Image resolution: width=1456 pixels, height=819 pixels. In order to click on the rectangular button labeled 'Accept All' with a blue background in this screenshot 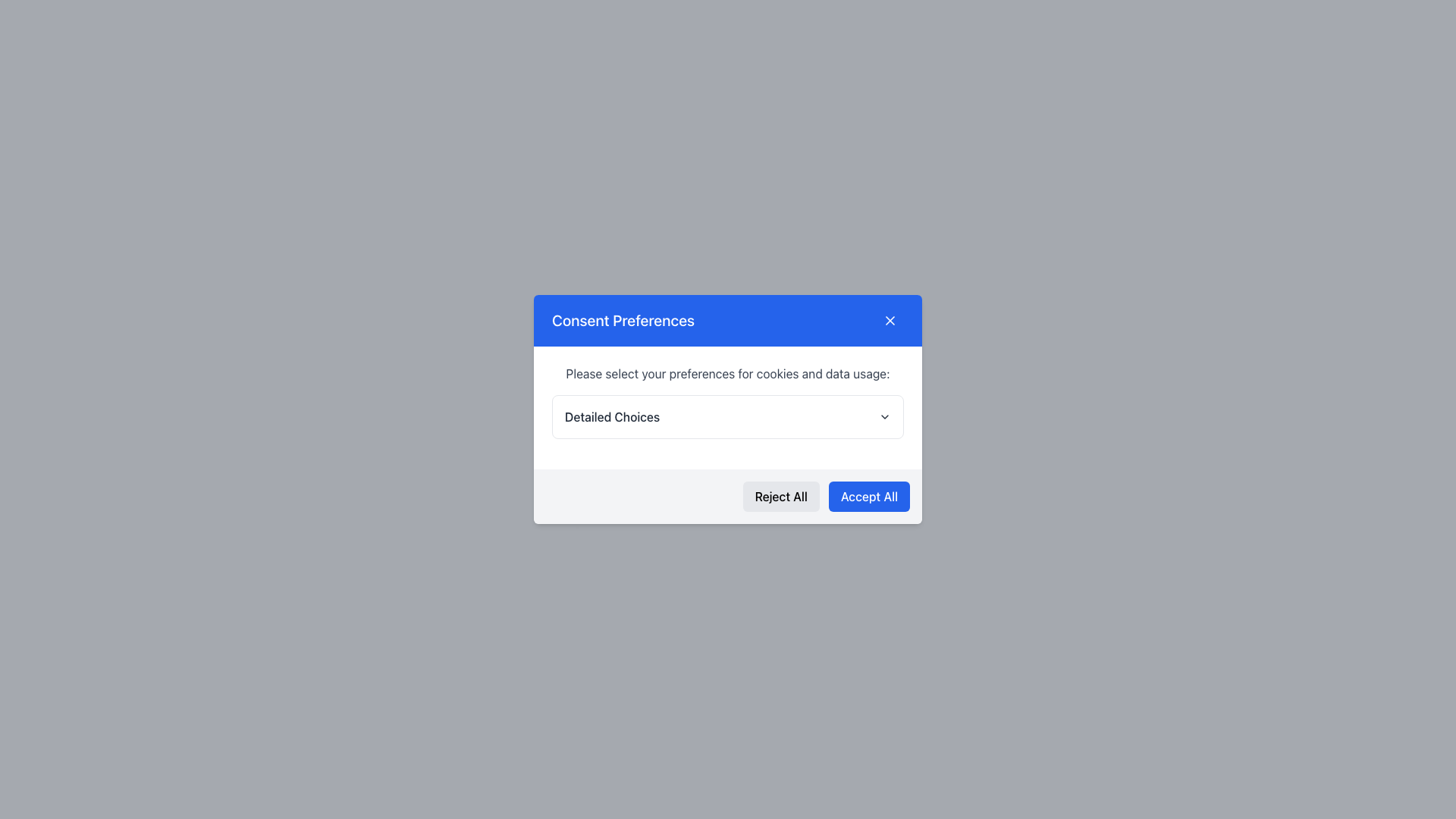, I will do `click(869, 497)`.